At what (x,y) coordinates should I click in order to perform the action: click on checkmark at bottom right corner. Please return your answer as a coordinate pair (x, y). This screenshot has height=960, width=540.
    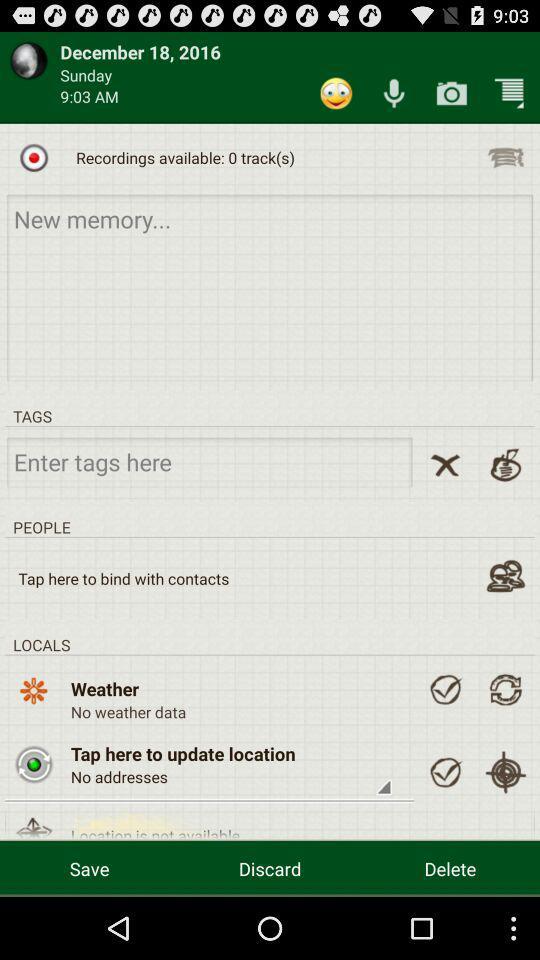
    Looking at the image, I should click on (445, 771).